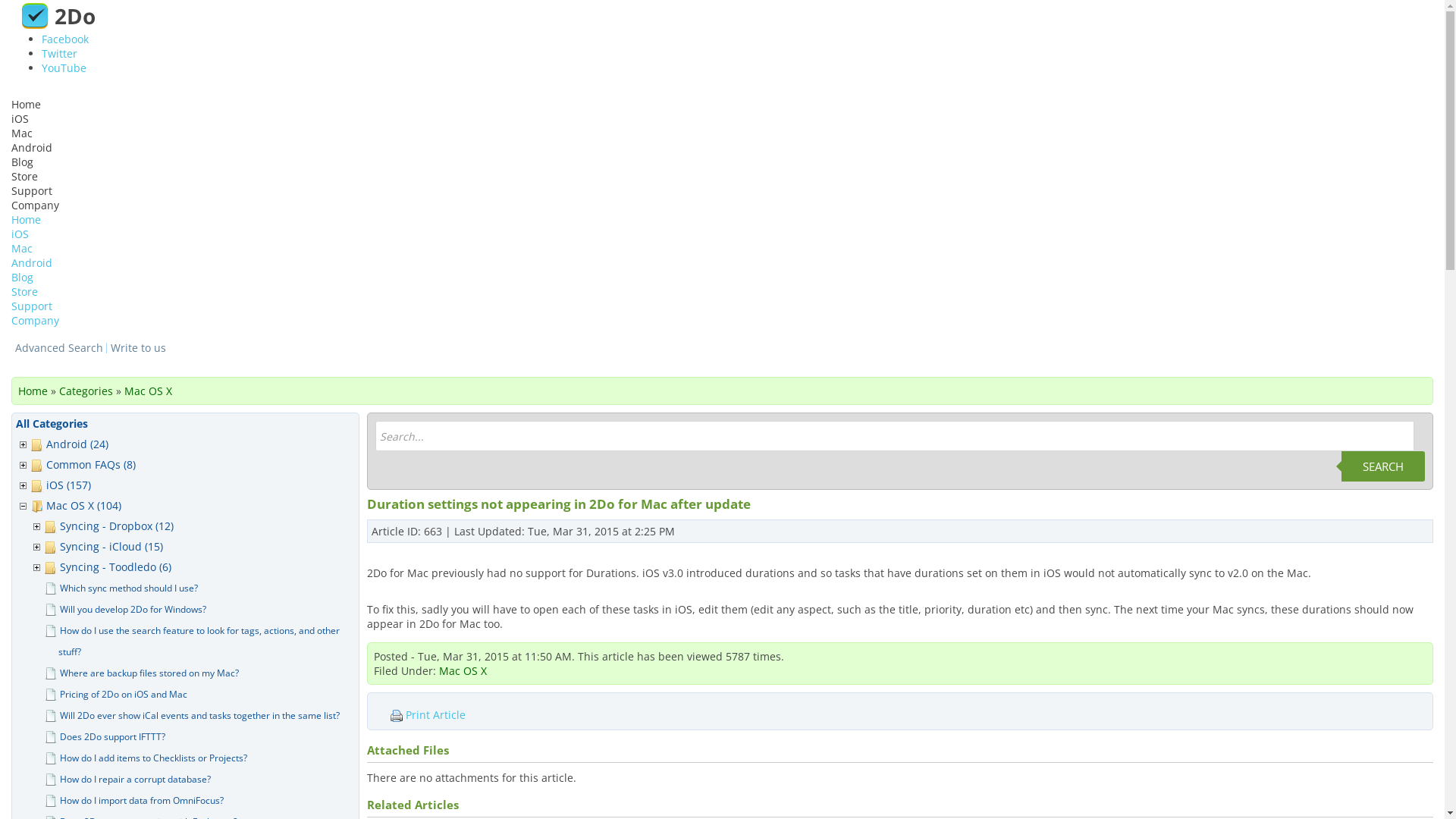 The width and height of the screenshot is (1456, 819). What do you see at coordinates (447, 714) in the screenshot?
I see `'Print Article'` at bounding box center [447, 714].